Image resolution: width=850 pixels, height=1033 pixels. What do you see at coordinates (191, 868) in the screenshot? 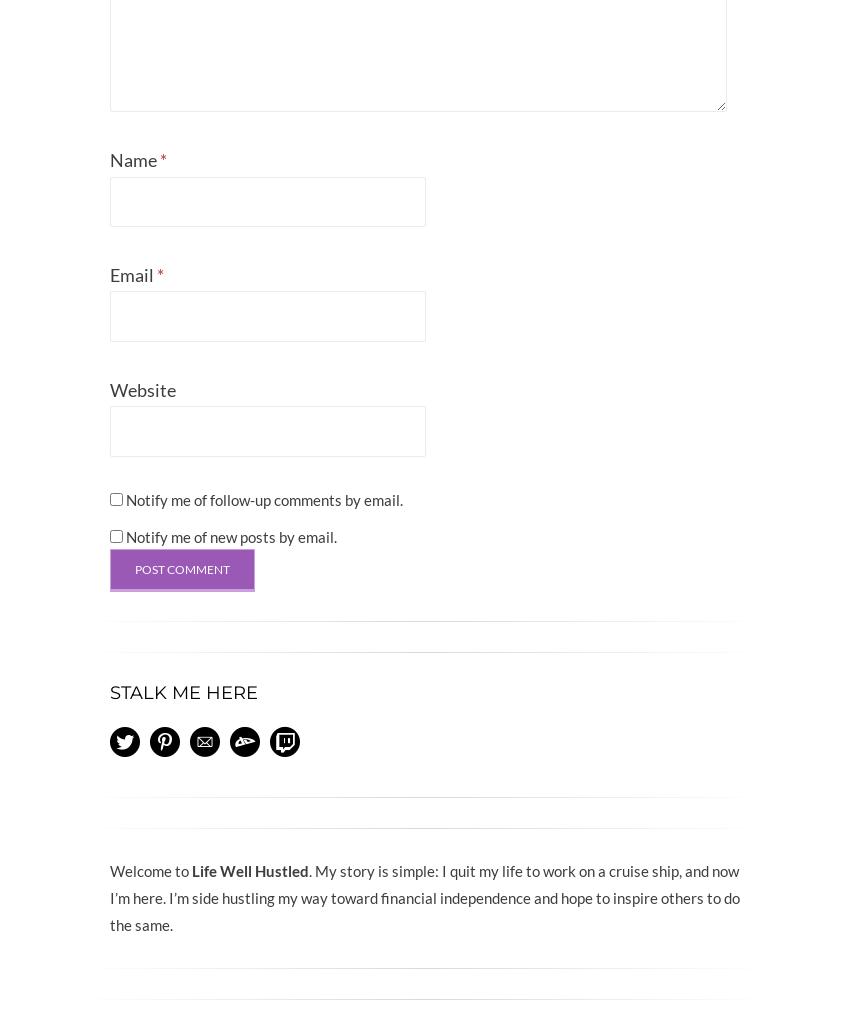
I see `'Life Well Hustled'` at bounding box center [191, 868].